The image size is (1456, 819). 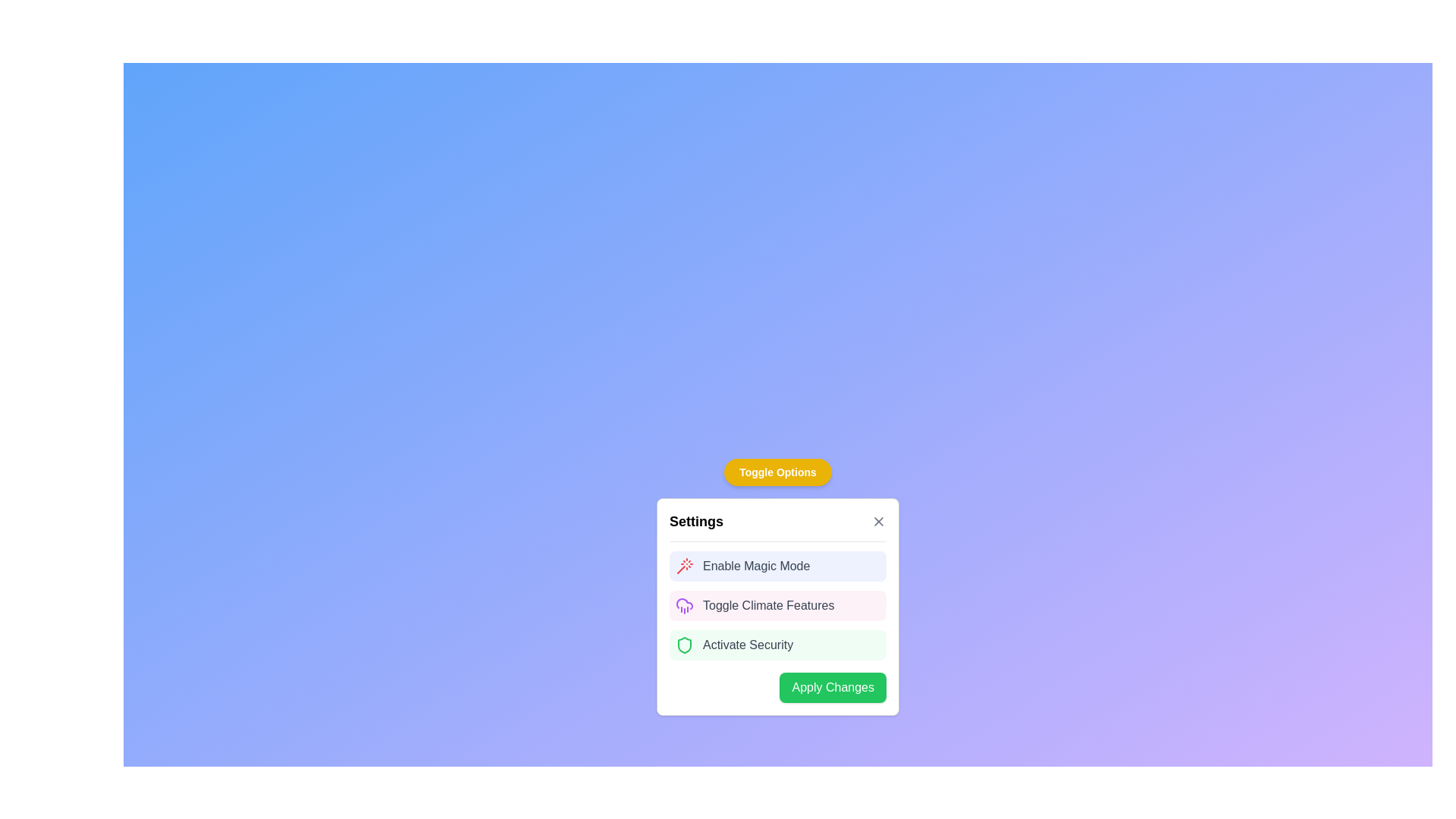 I want to click on the 'Apply Changes' button located at the bottom-right corner of the 'Settings' modal, so click(x=778, y=687).